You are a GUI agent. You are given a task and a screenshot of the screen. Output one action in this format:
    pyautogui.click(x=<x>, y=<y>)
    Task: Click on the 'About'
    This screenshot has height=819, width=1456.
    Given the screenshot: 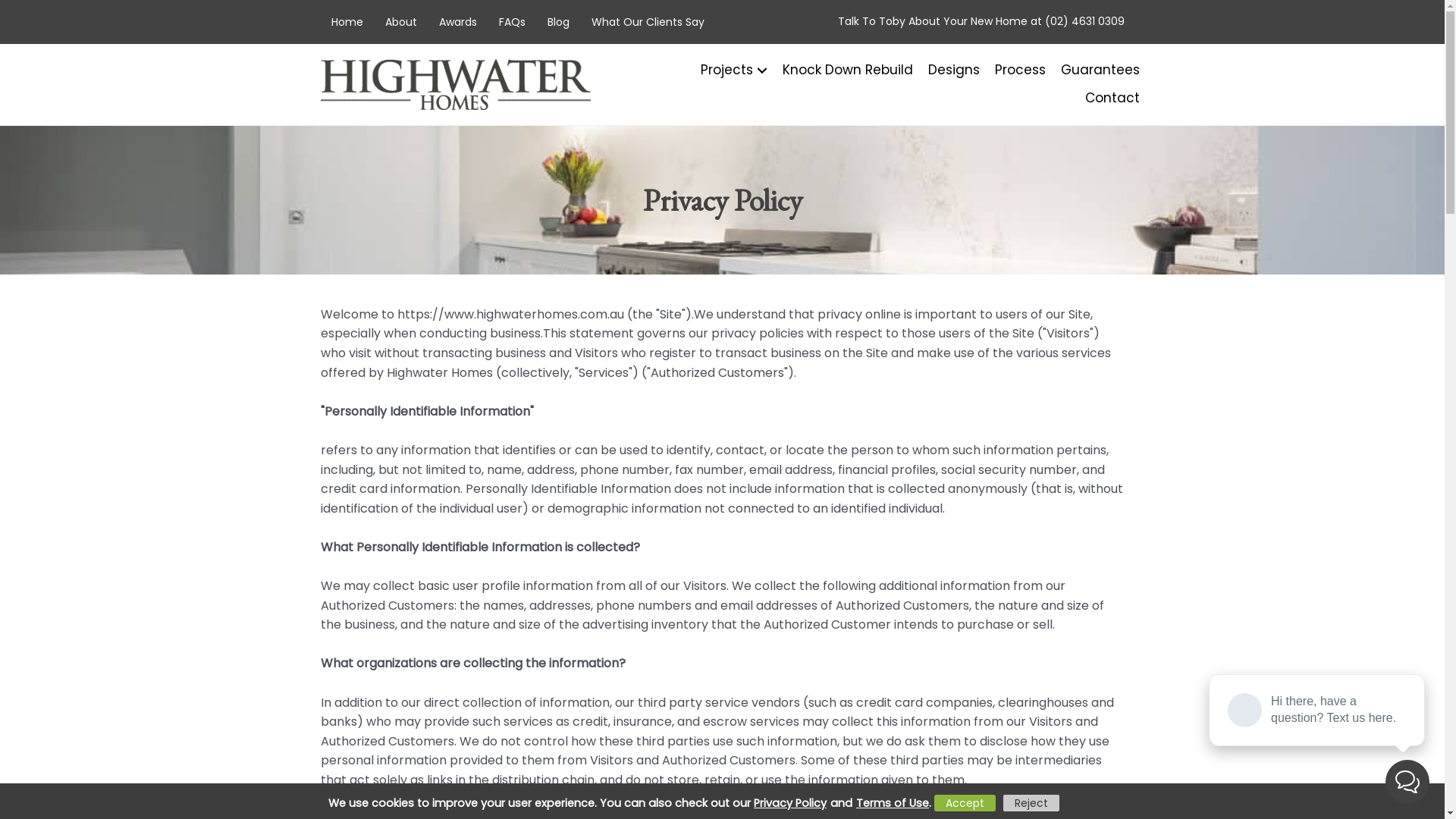 What is the action you would take?
    pyautogui.click(x=400, y=22)
    